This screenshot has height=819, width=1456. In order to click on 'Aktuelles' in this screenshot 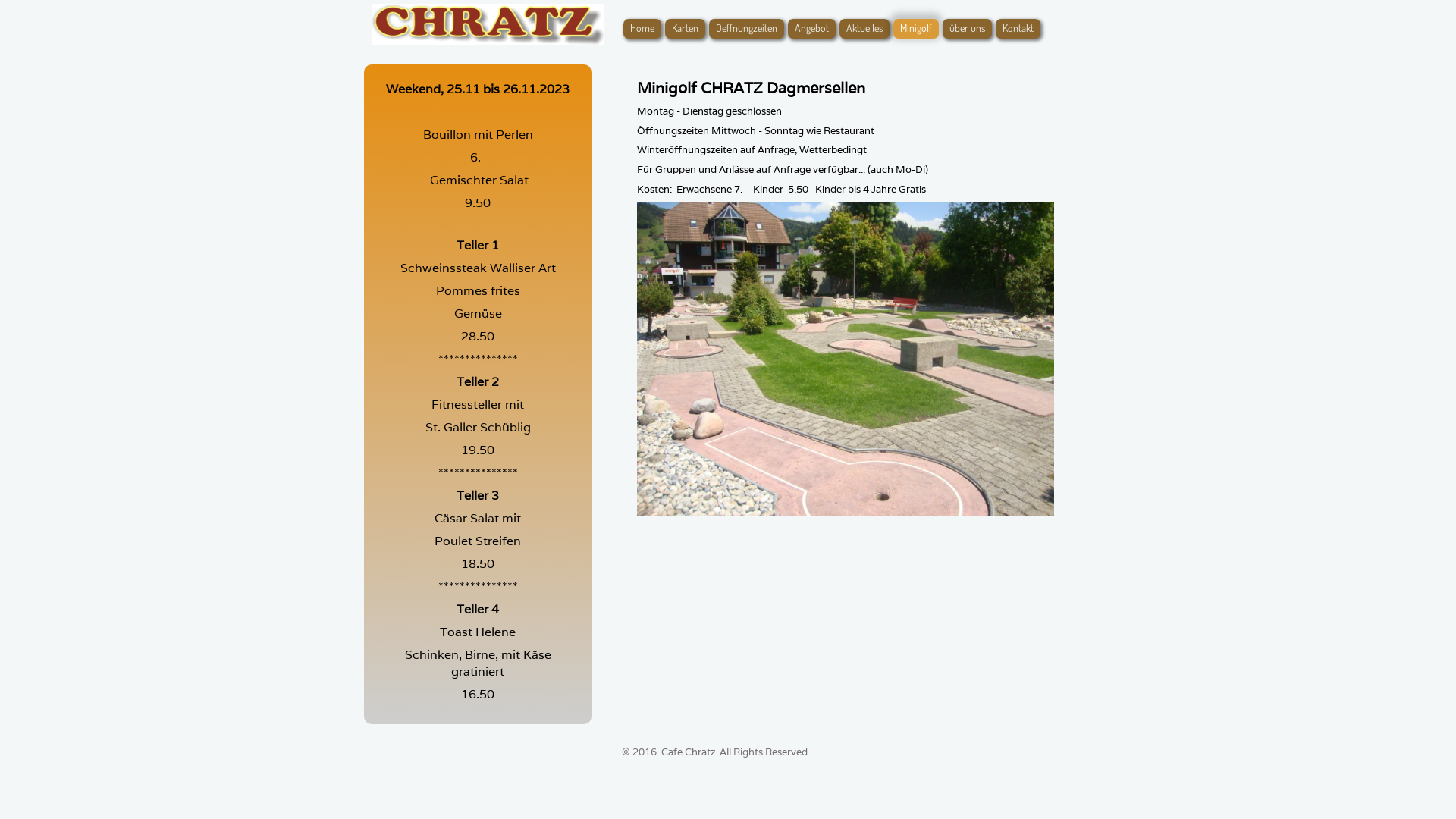, I will do `click(864, 29)`.